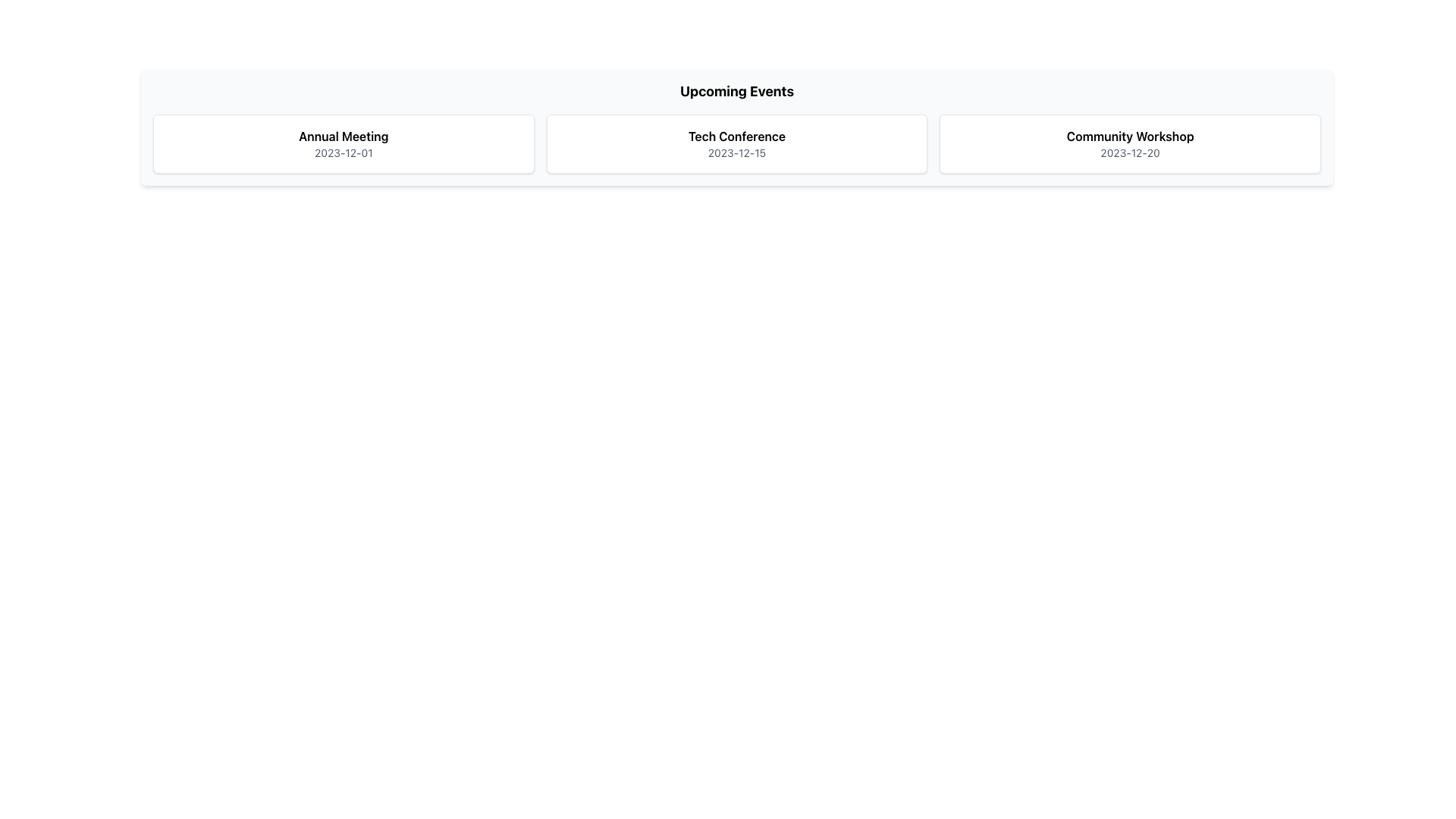  What do you see at coordinates (343, 143) in the screenshot?
I see `the first informational card that displays event details, located in the leftmost position of the horizontal list` at bounding box center [343, 143].